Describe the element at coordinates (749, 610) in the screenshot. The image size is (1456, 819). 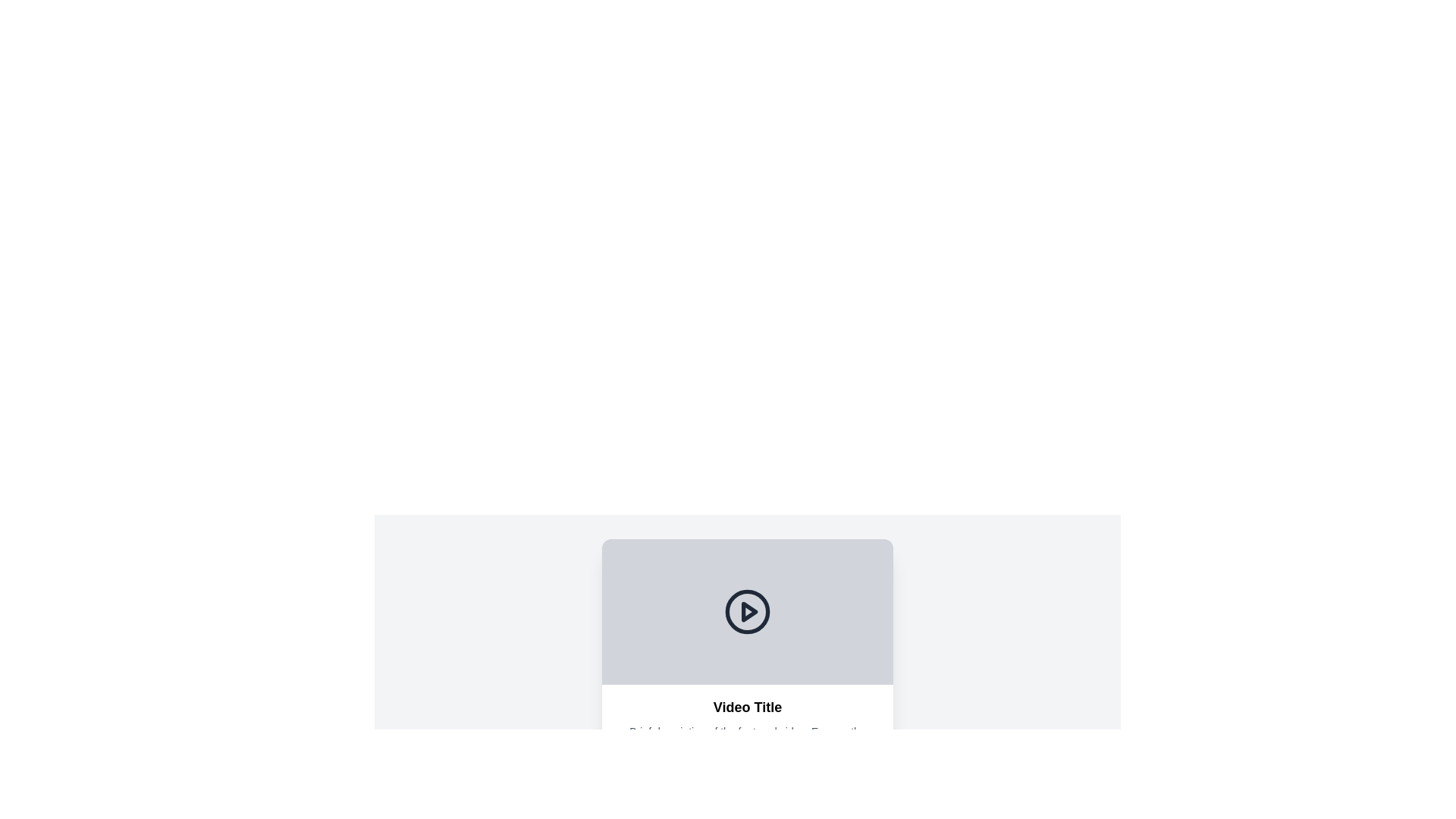
I see `the dark gray triangular play icon, which is centrally located within a circular border of a larger circular graphic, to initiate playback` at that location.